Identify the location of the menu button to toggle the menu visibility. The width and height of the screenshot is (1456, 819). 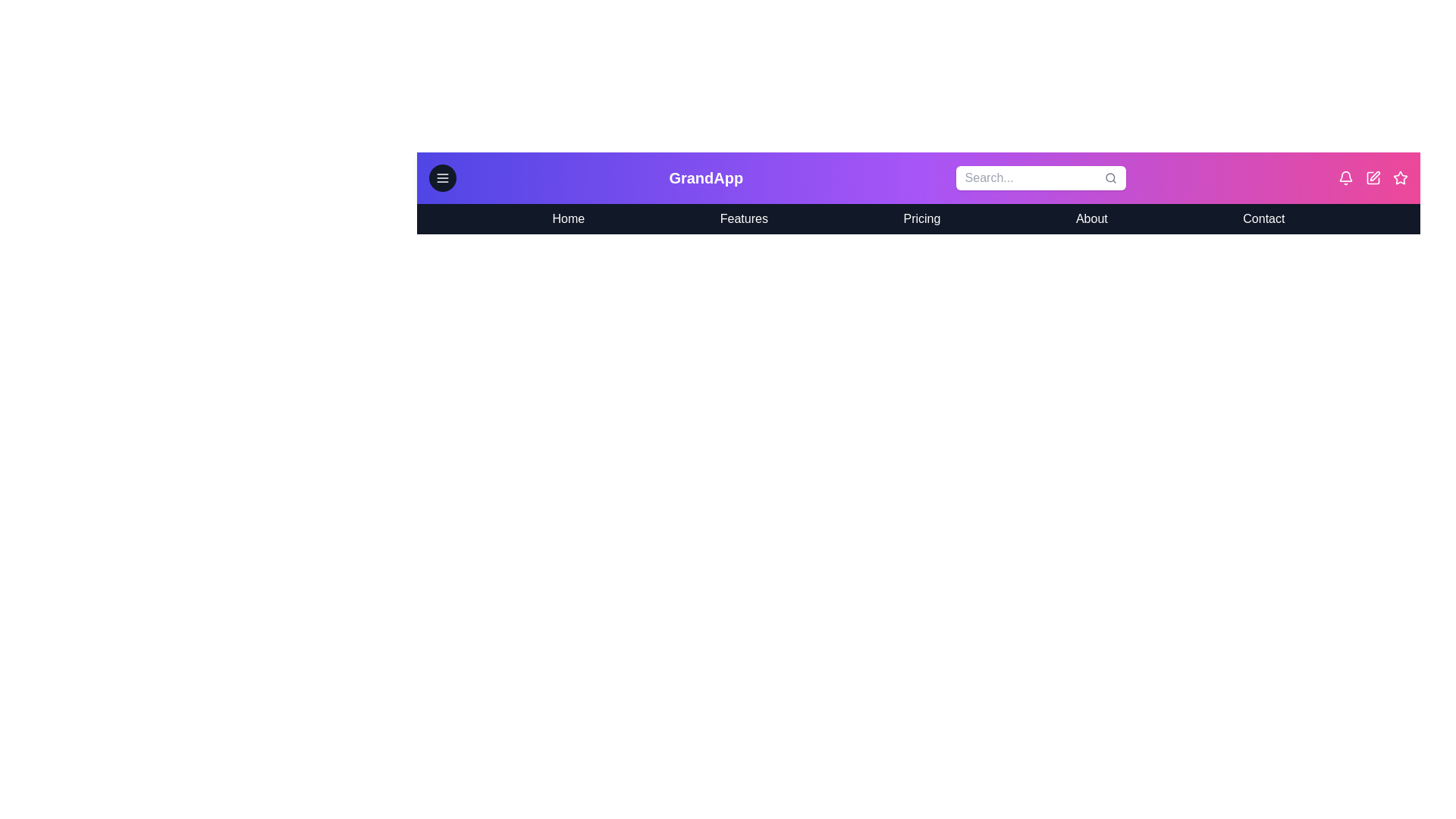
(442, 177).